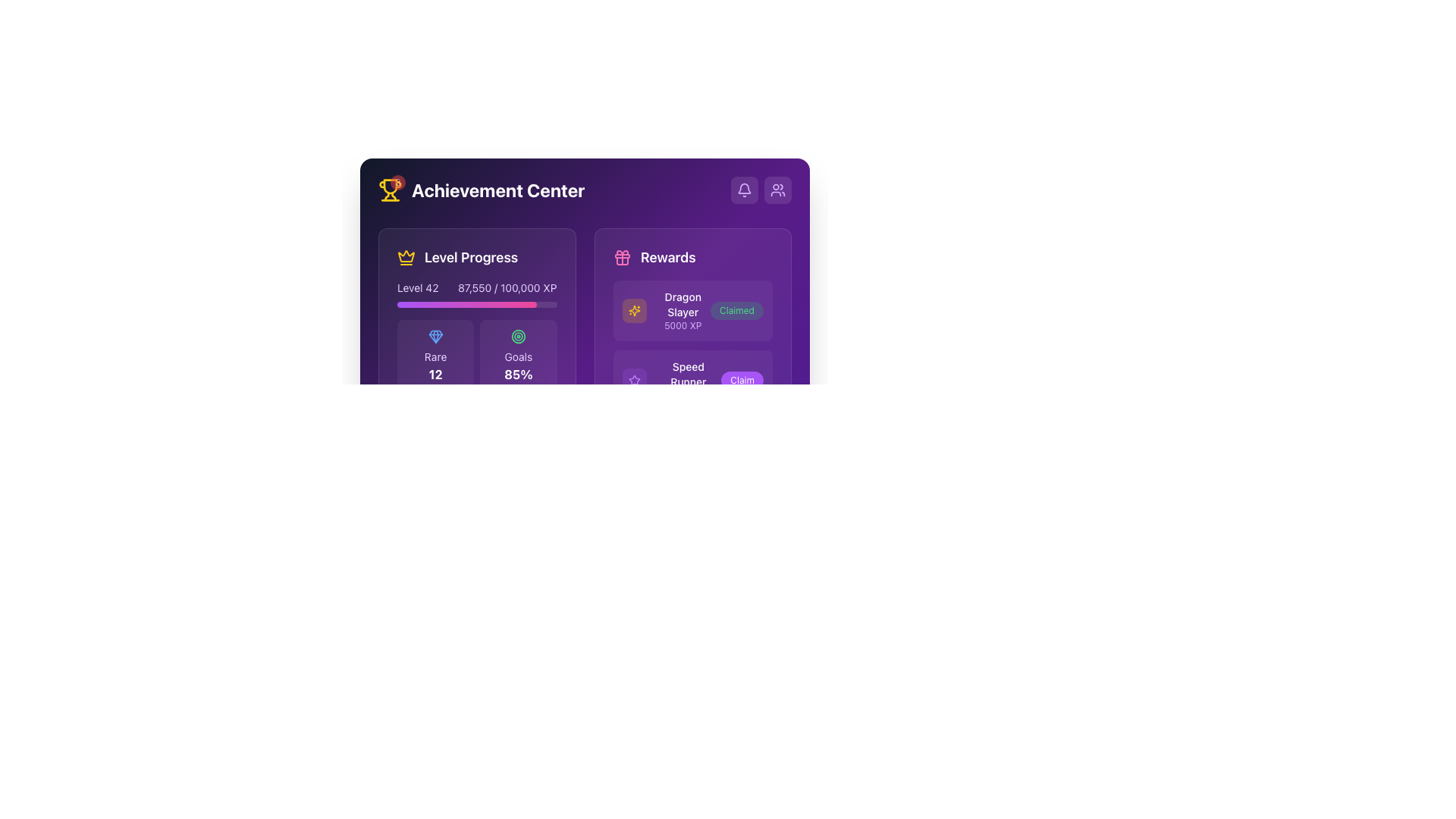 This screenshot has height=819, width=1456. Describe the element at coordinates (390, 186) in the screenshot. I see `the internal section of the trophy icon located to the left of the 'Achievement Center' title at the top of the interface` at that location.